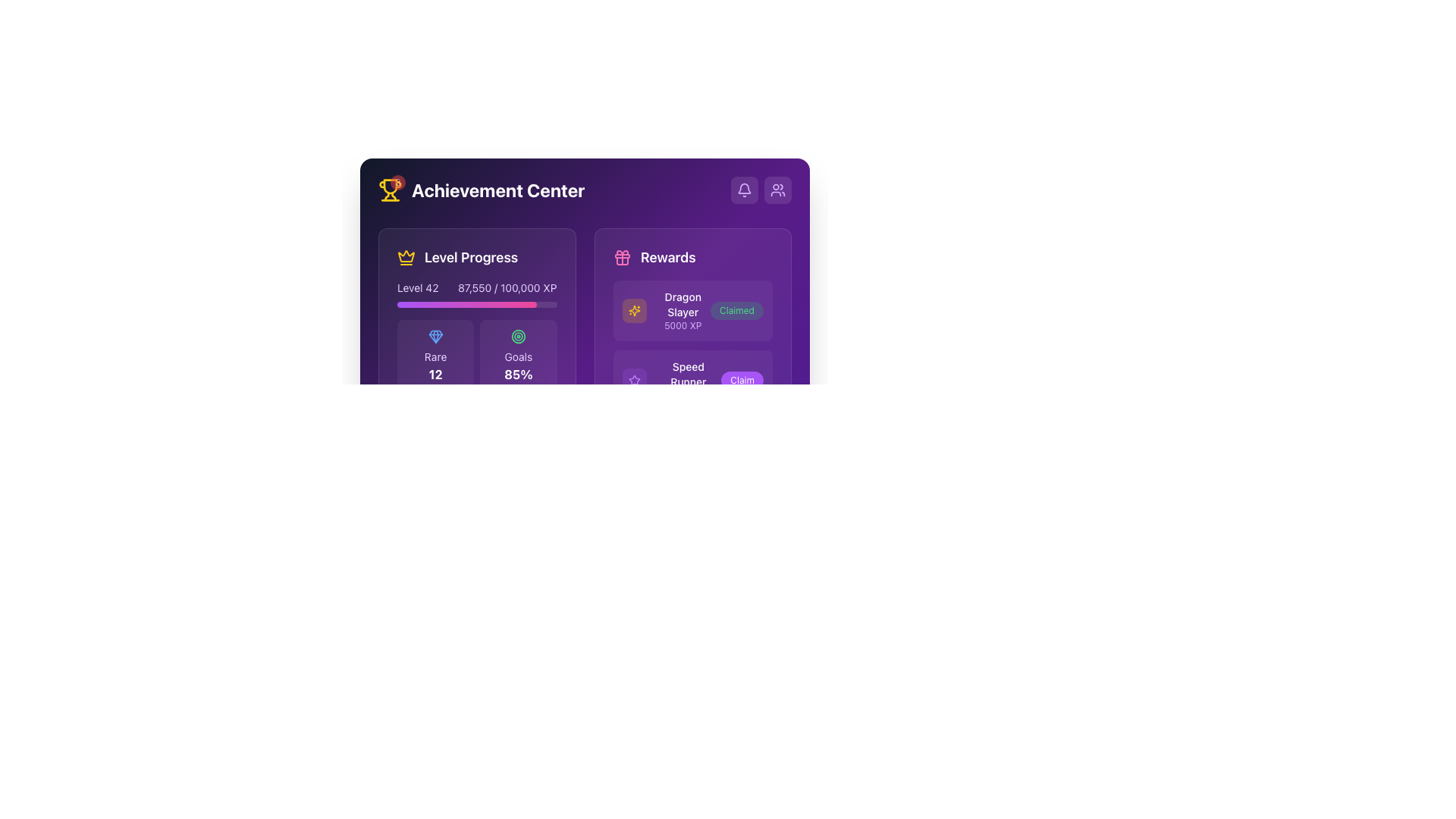 This screenshot has height=819, width=1456. Describe the element at coordinates (390, 186) in the screenshot. I see `the internal section of the trophy icon located to the left of the 'Achievement Center' title at the top of the interface` at that location.